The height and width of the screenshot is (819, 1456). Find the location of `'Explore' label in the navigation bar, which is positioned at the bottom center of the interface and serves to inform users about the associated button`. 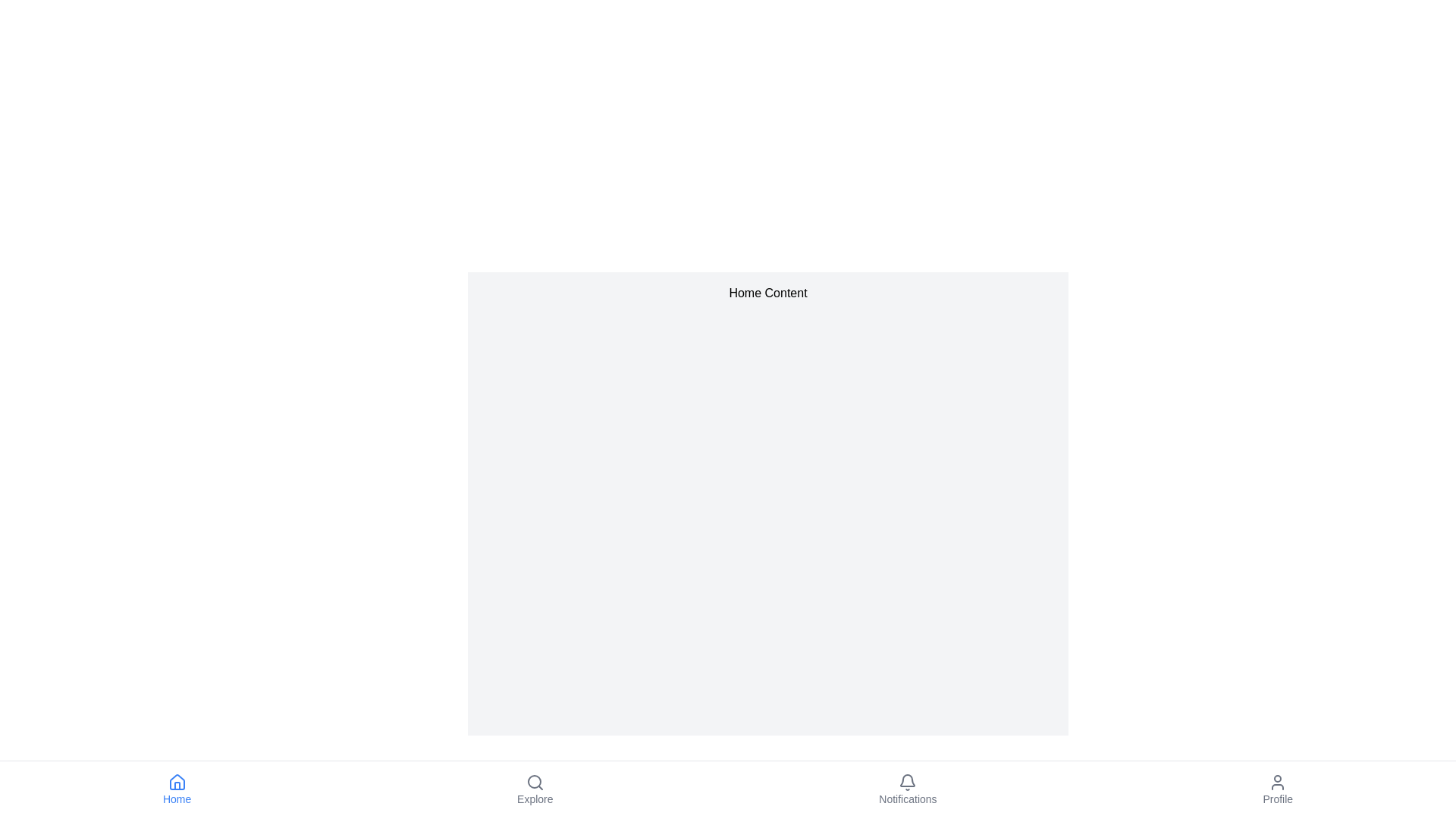

'Explore' label in the navigation bar, which is positioned at the bottom center of the interface and serves to inform users about the associated button is located at coordinates (535, 798).